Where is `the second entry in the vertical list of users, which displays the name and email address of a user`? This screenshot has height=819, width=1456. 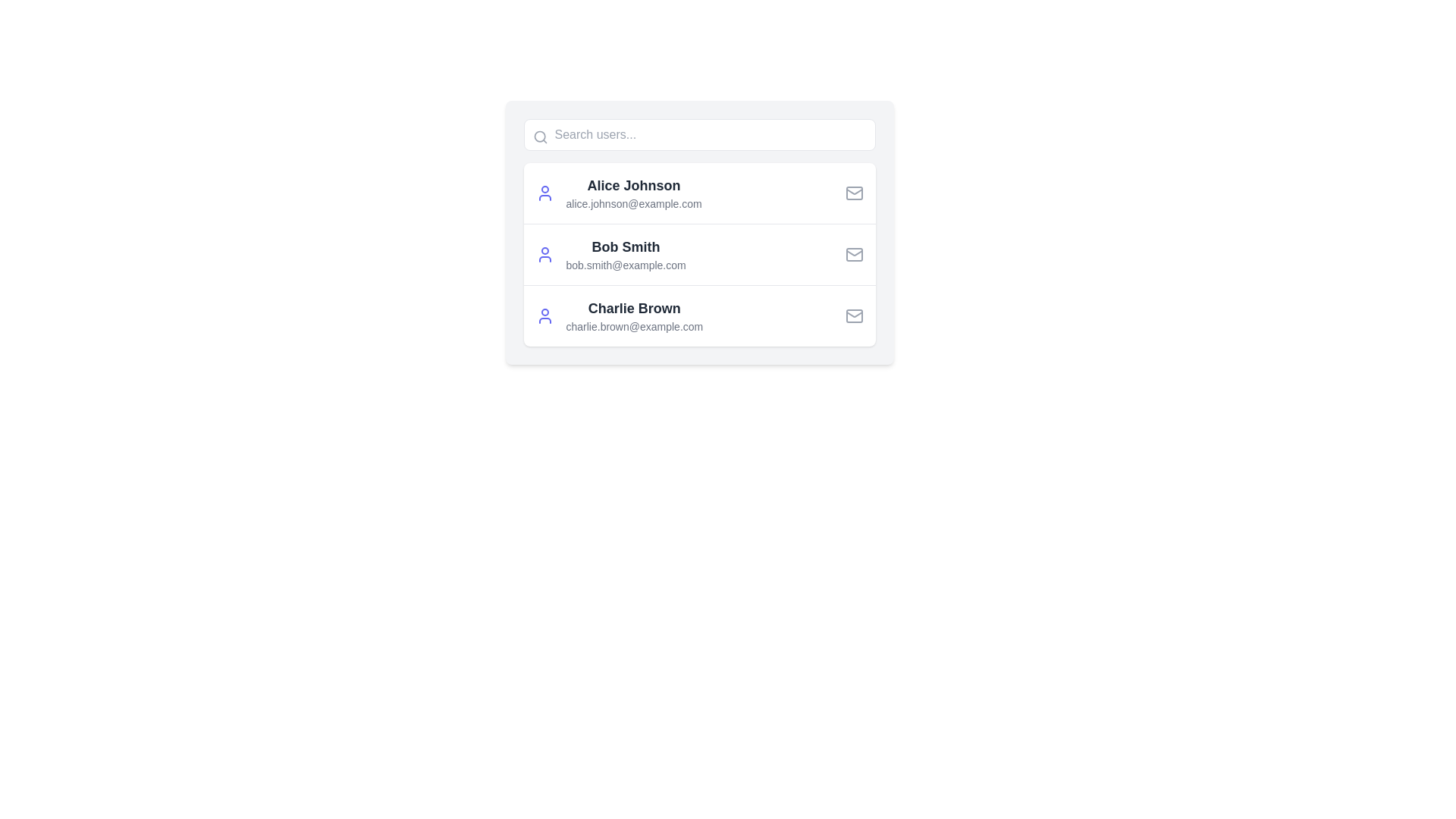
the second entry in the vertical list of users, which displays the name and email address of a user is located at coordinates (626, 253).